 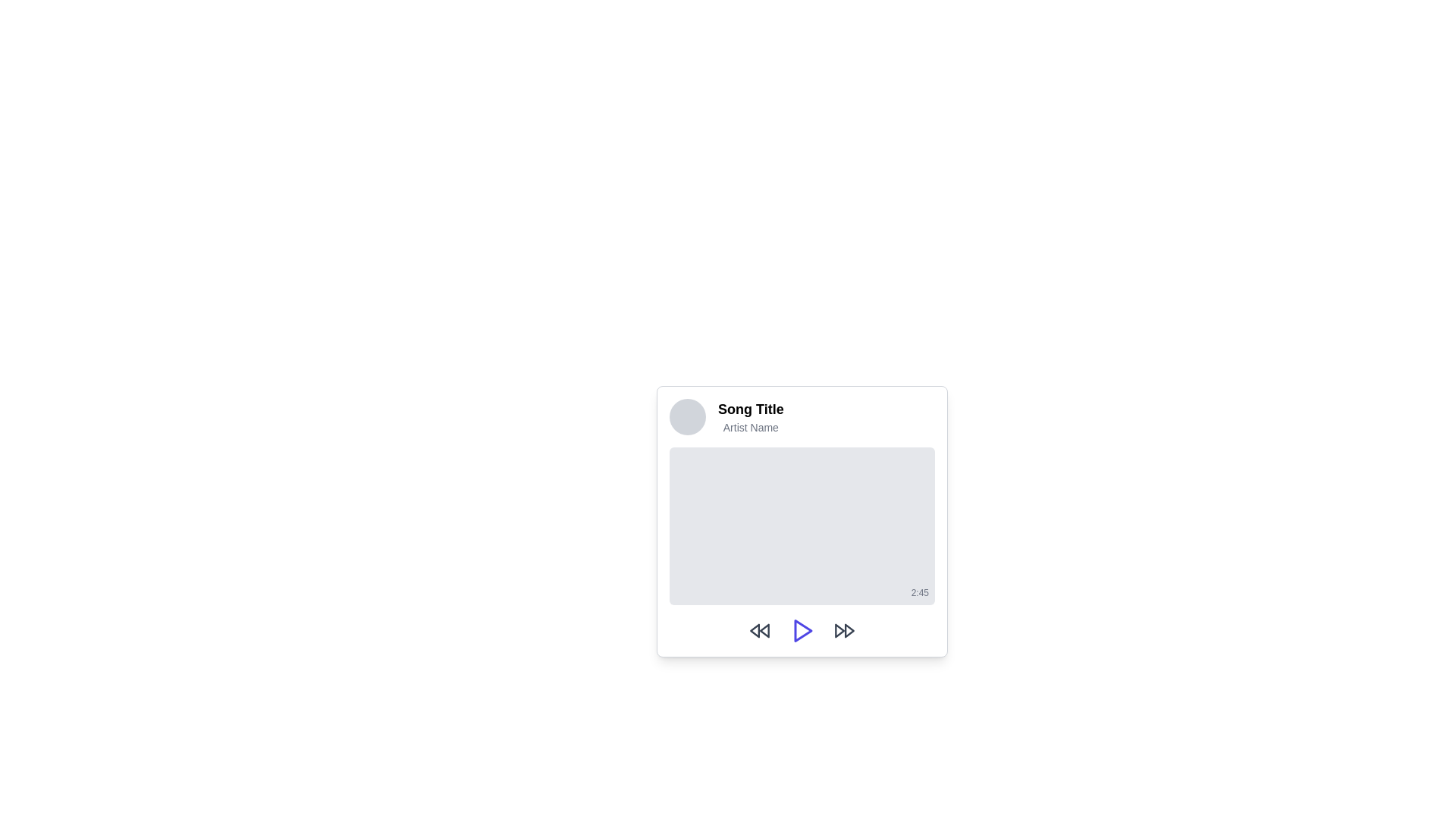 I want to click on the rewind icon button located to the left of the play button, so click(x=755, y=631).